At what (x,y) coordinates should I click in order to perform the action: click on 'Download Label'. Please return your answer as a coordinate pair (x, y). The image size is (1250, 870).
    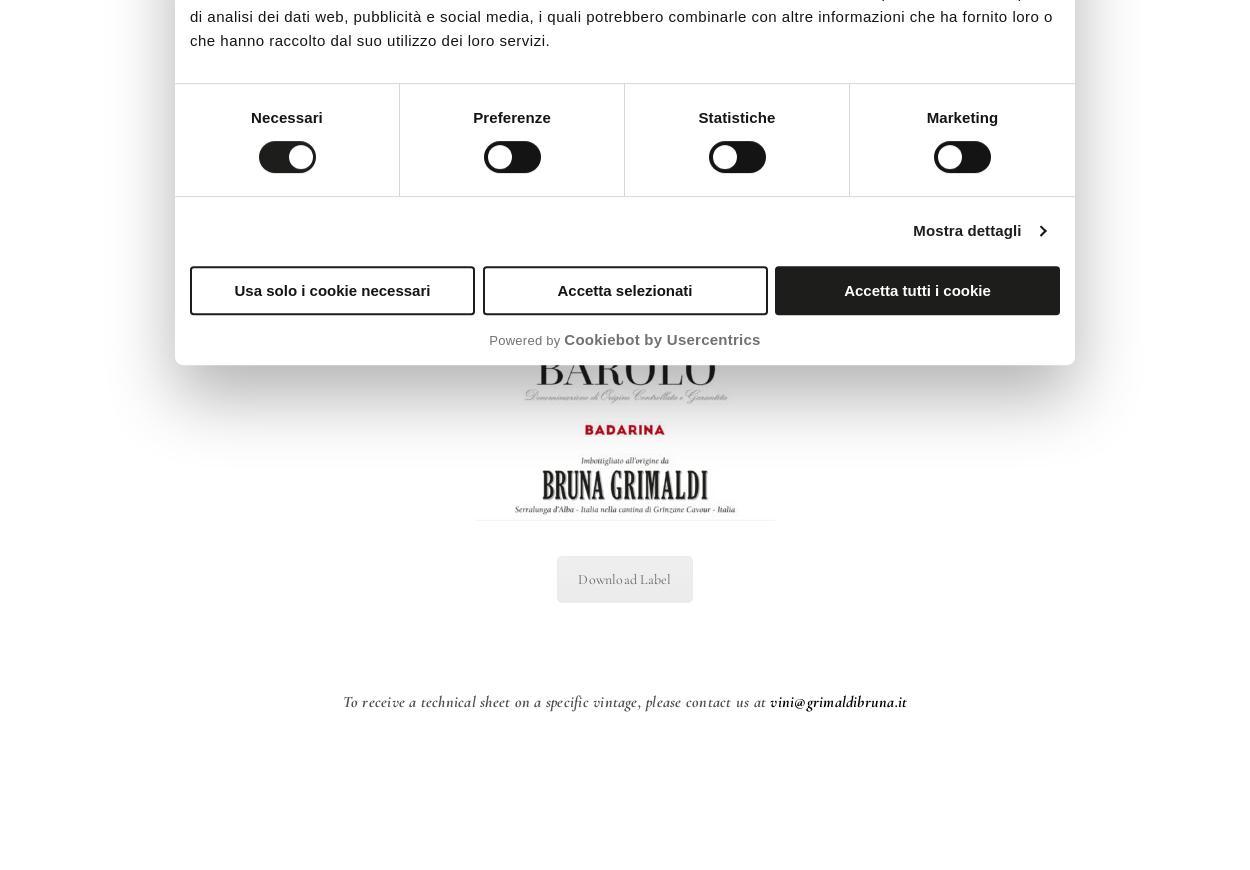
    Looking at the image, I should click on (623, 578).